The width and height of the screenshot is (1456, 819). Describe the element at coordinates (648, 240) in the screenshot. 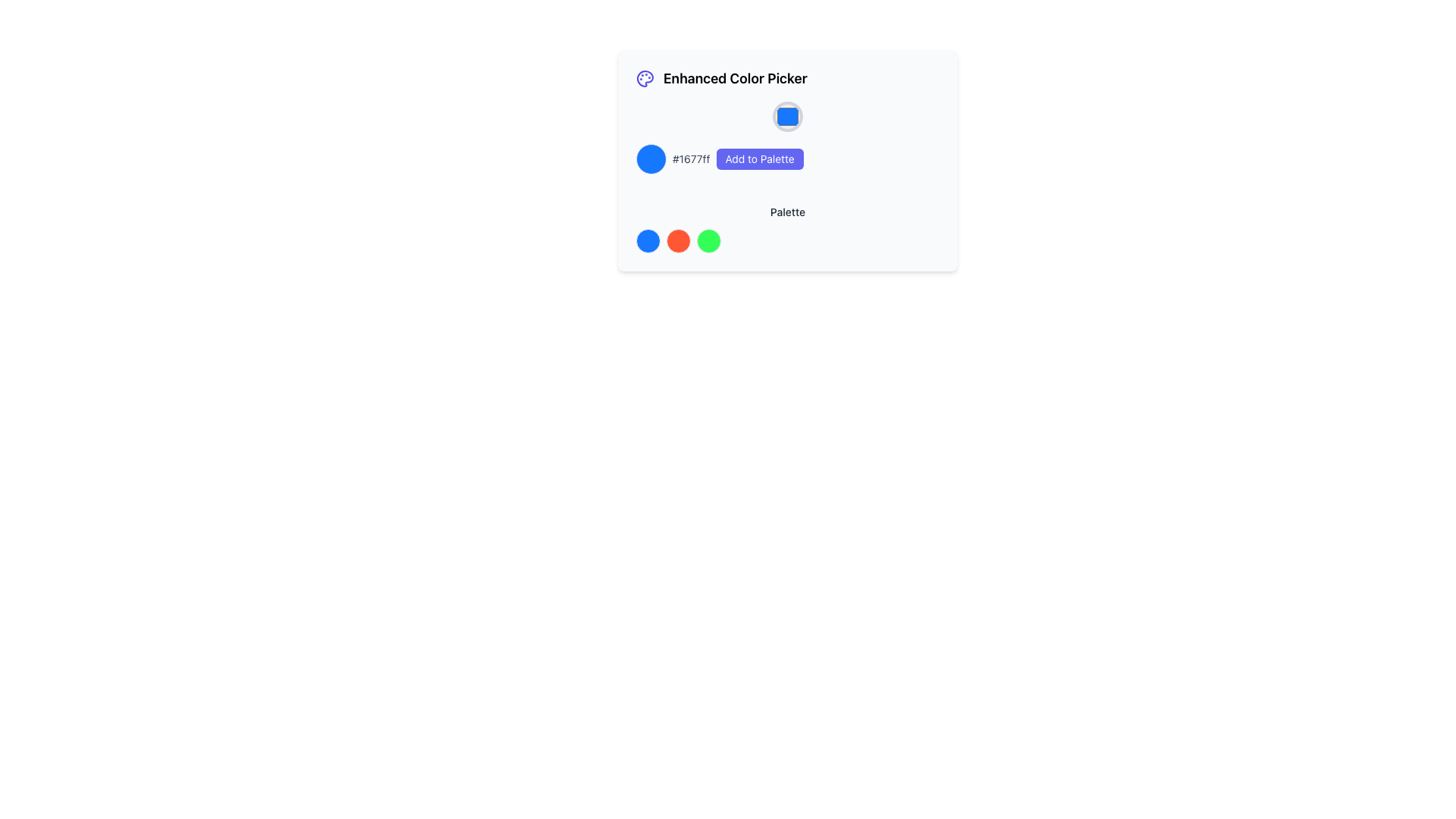

I see `the first selectable color circle with a blue fill and darker blue border located under the 'Palette' header in the 'Enhanced Color Picker' box` at that location.